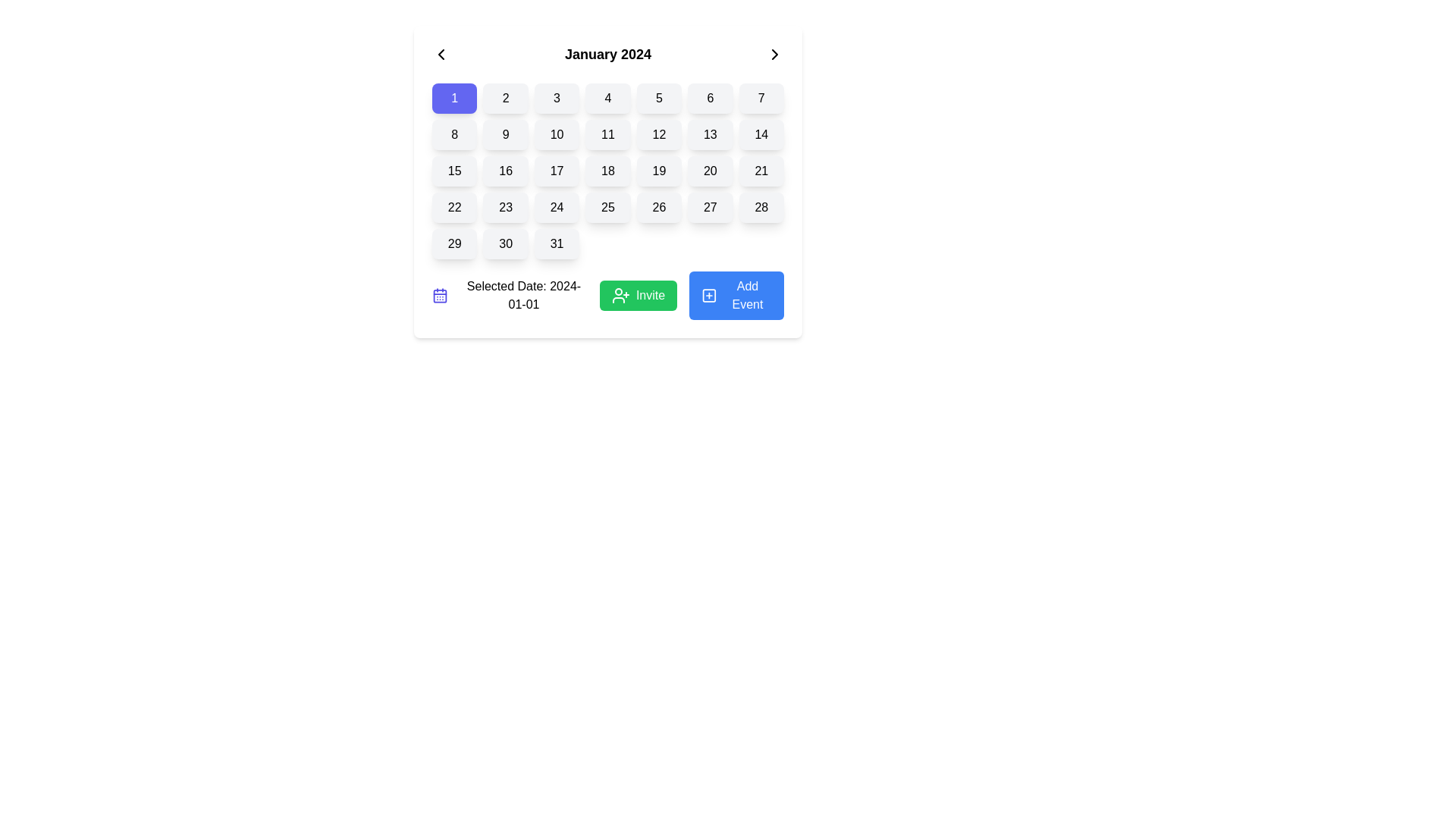 Image resolution: width=1456 pixels, height=819 pixels. Describe the element at coordinates (556, 99) in the screenshot. I see `the rectangular button with rounded corners, displaying the digit '3' in black text, located in the first row and third cell of the calendar grid` at that location.